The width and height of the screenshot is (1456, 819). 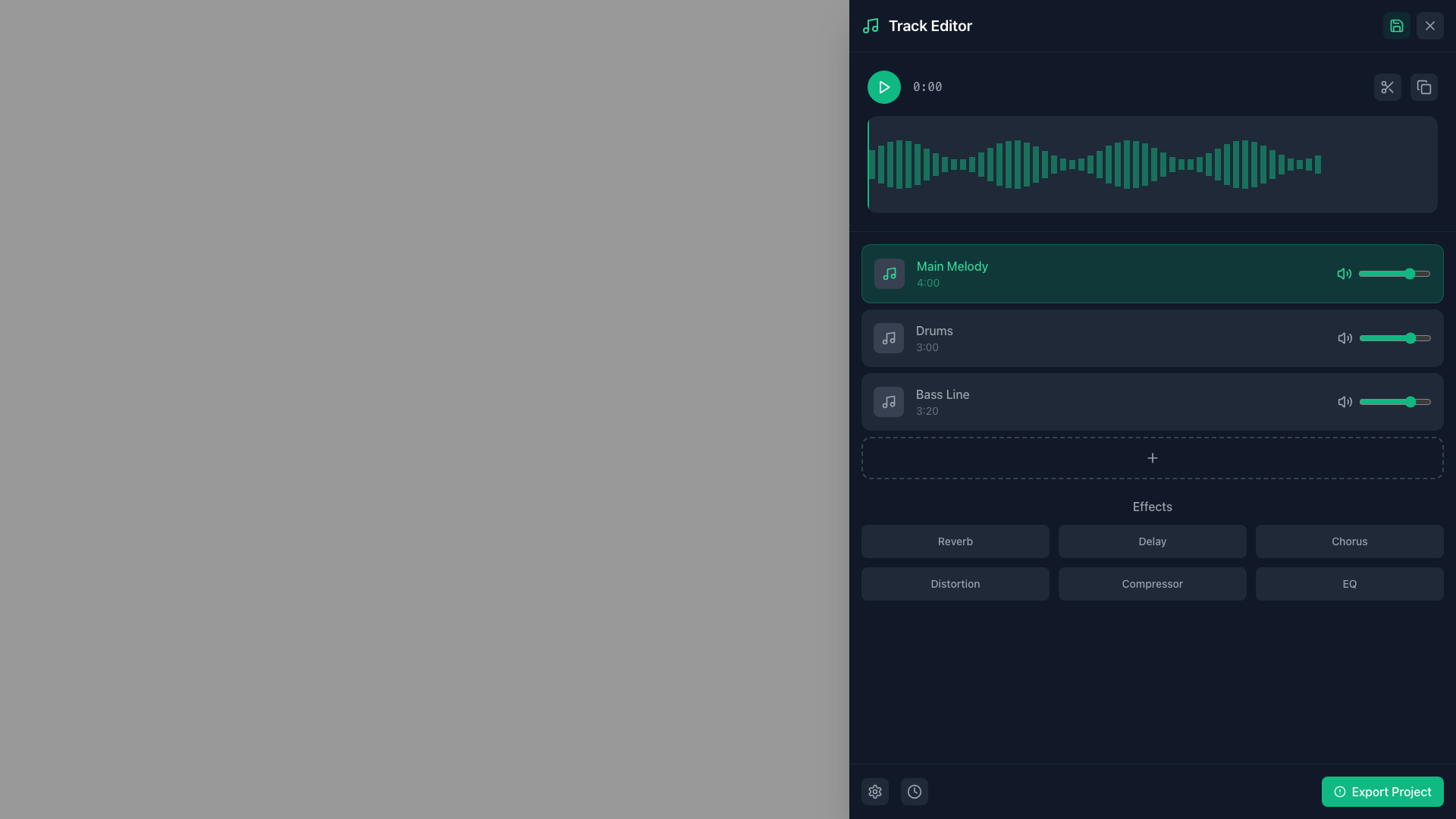 What do you see at coordinates (1145, 164) in the screenshot?
I see `the 32nd visualization marker within the waveform display in the 'Track Editor' module, which indicates a data point in the waveform` at bounding box center [1145, 164].